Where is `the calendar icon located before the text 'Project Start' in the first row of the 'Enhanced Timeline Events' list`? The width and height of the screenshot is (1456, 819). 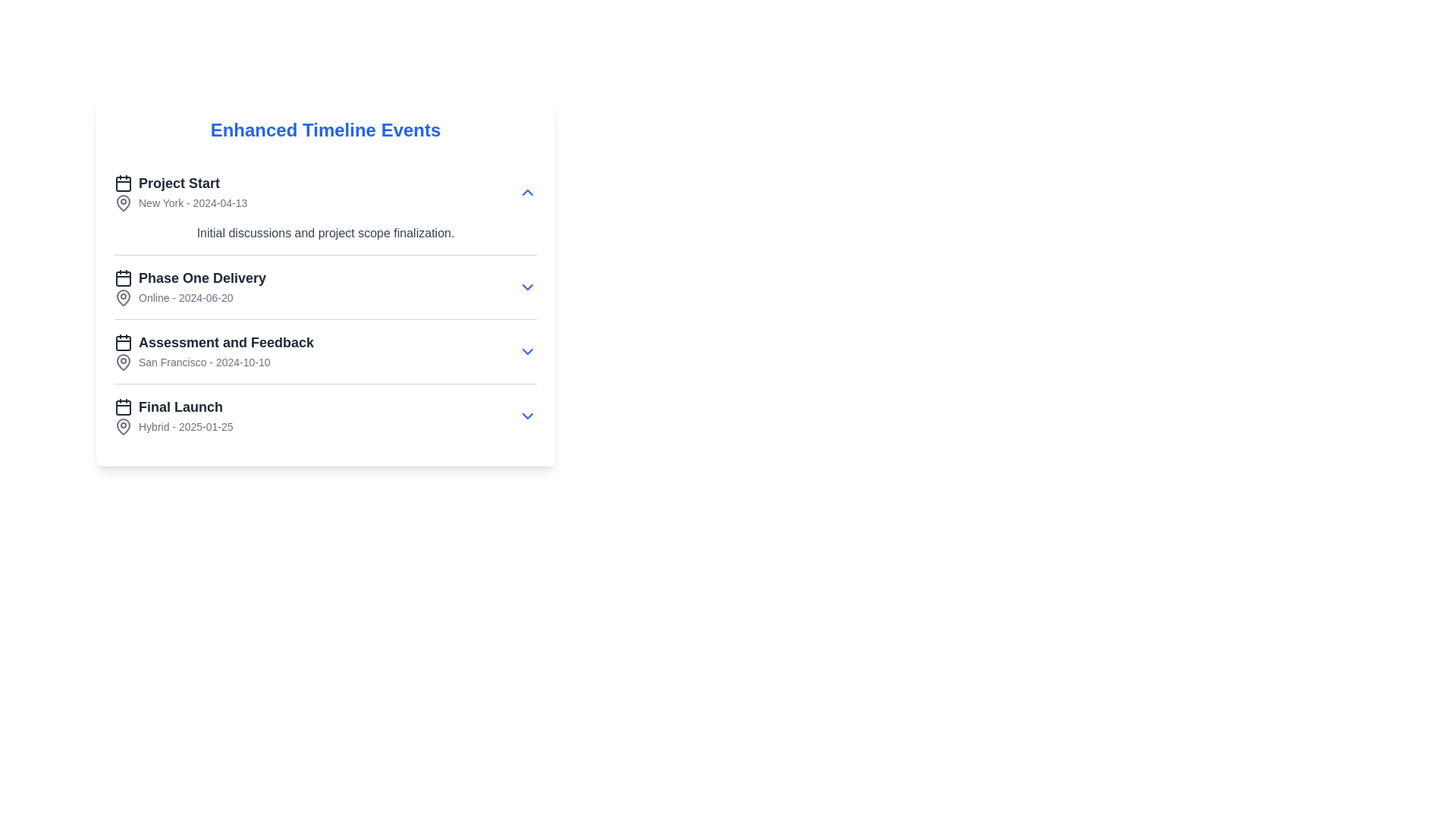 the calendar icon located before the text 'Project Start' in the first row of the 'Enhanced Timeline Events' list is located at coordinates (124, 183).